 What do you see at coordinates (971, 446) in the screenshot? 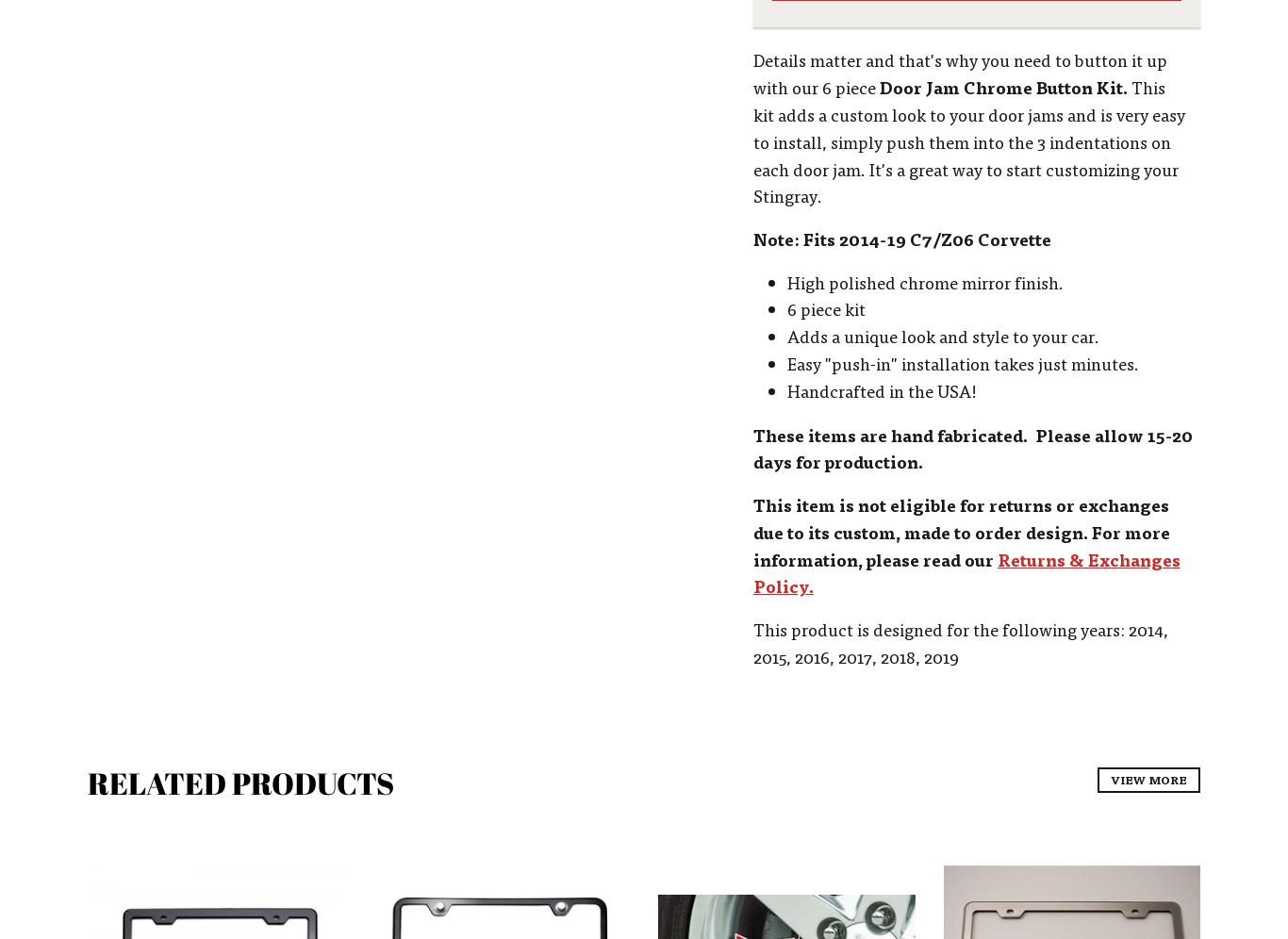
I see `'These items are hand fabricated.  Please allow 15-20 days for production.'` at bounding box center [971, 446].